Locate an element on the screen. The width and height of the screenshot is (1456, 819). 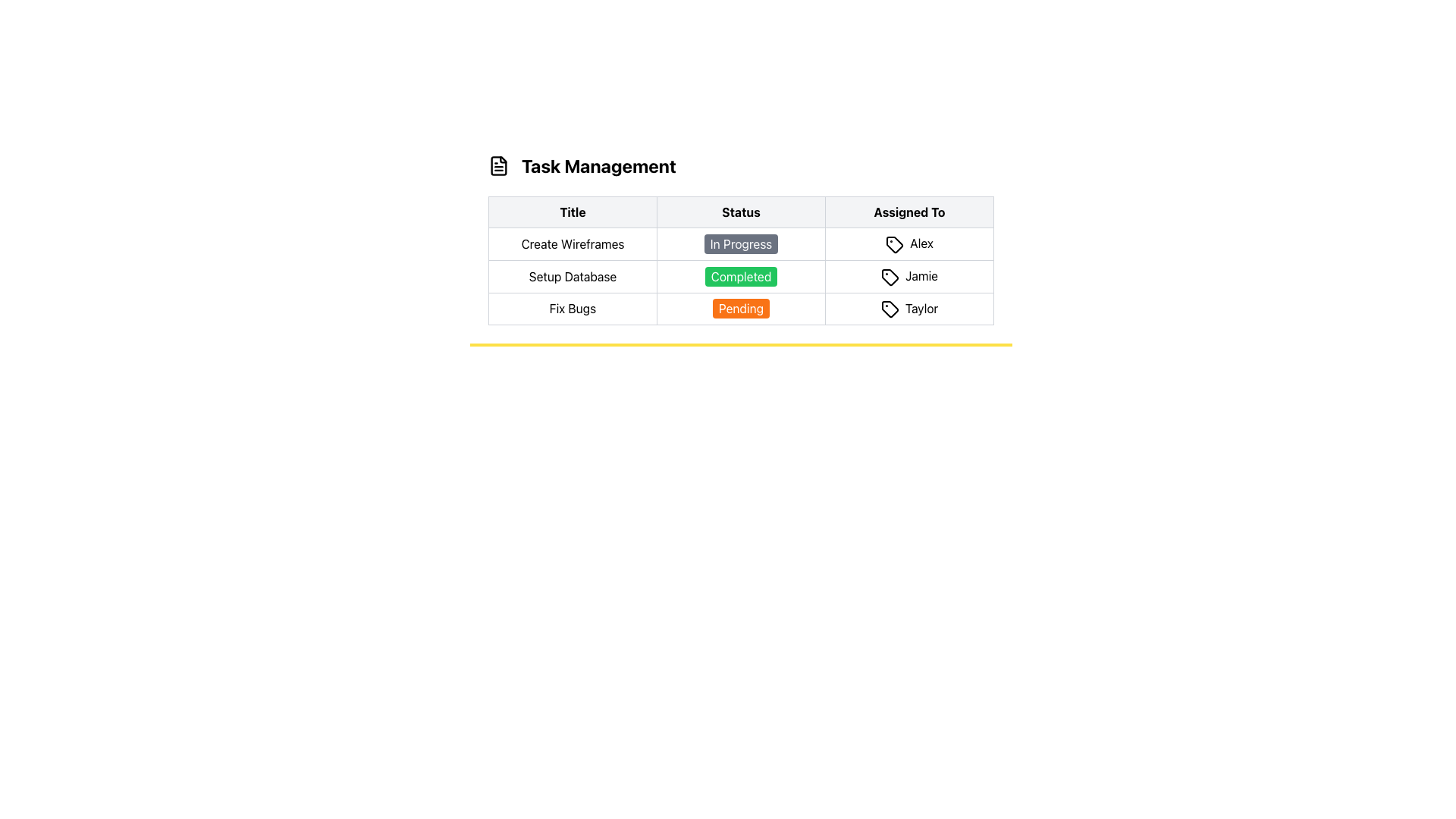
the Icon representing the task label in the 'Assigned To' column next to the name 'Taylor' in the third row of the table is located at coordinates (890, 309).